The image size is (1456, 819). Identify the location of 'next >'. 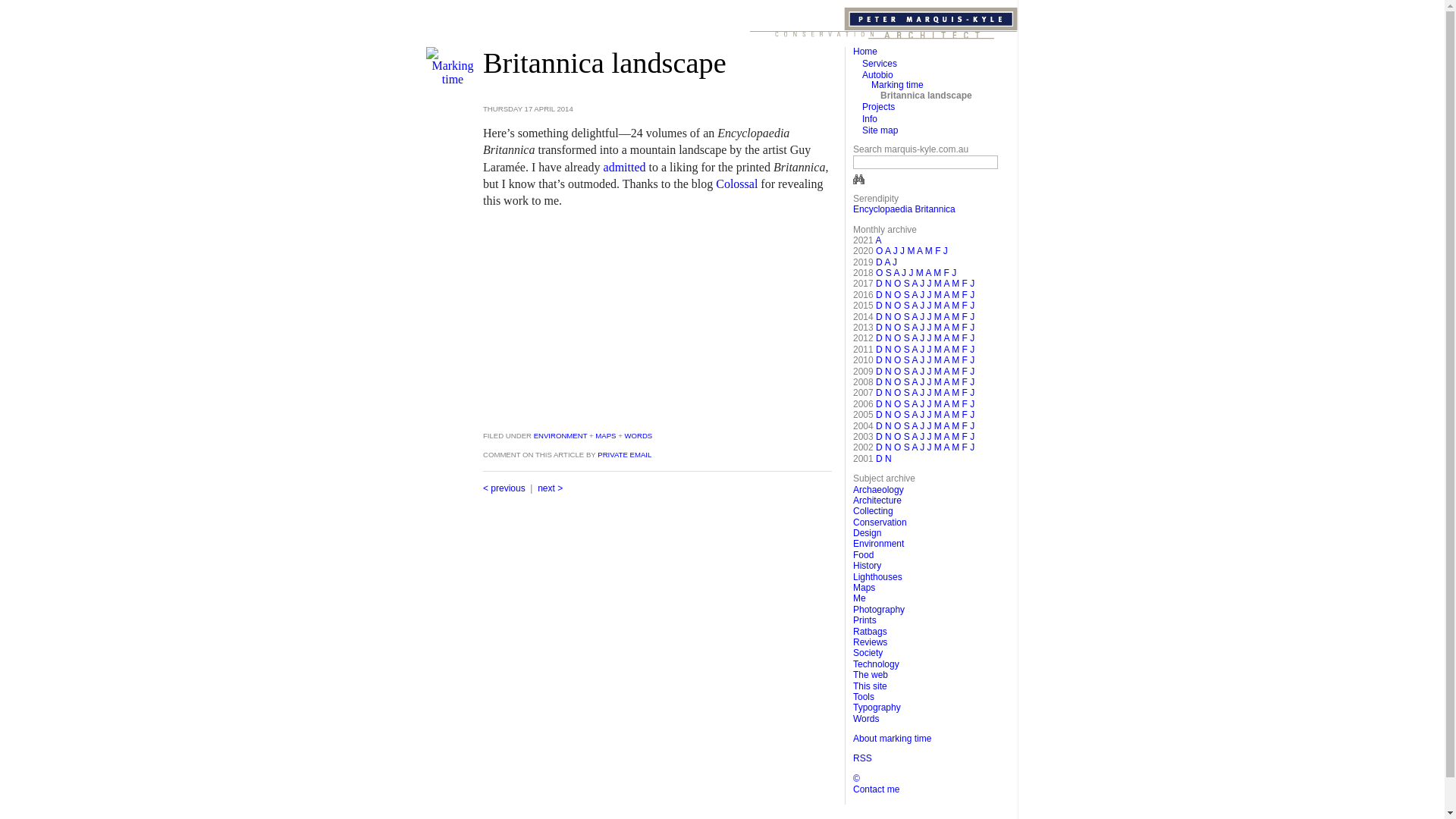
(549, 488).